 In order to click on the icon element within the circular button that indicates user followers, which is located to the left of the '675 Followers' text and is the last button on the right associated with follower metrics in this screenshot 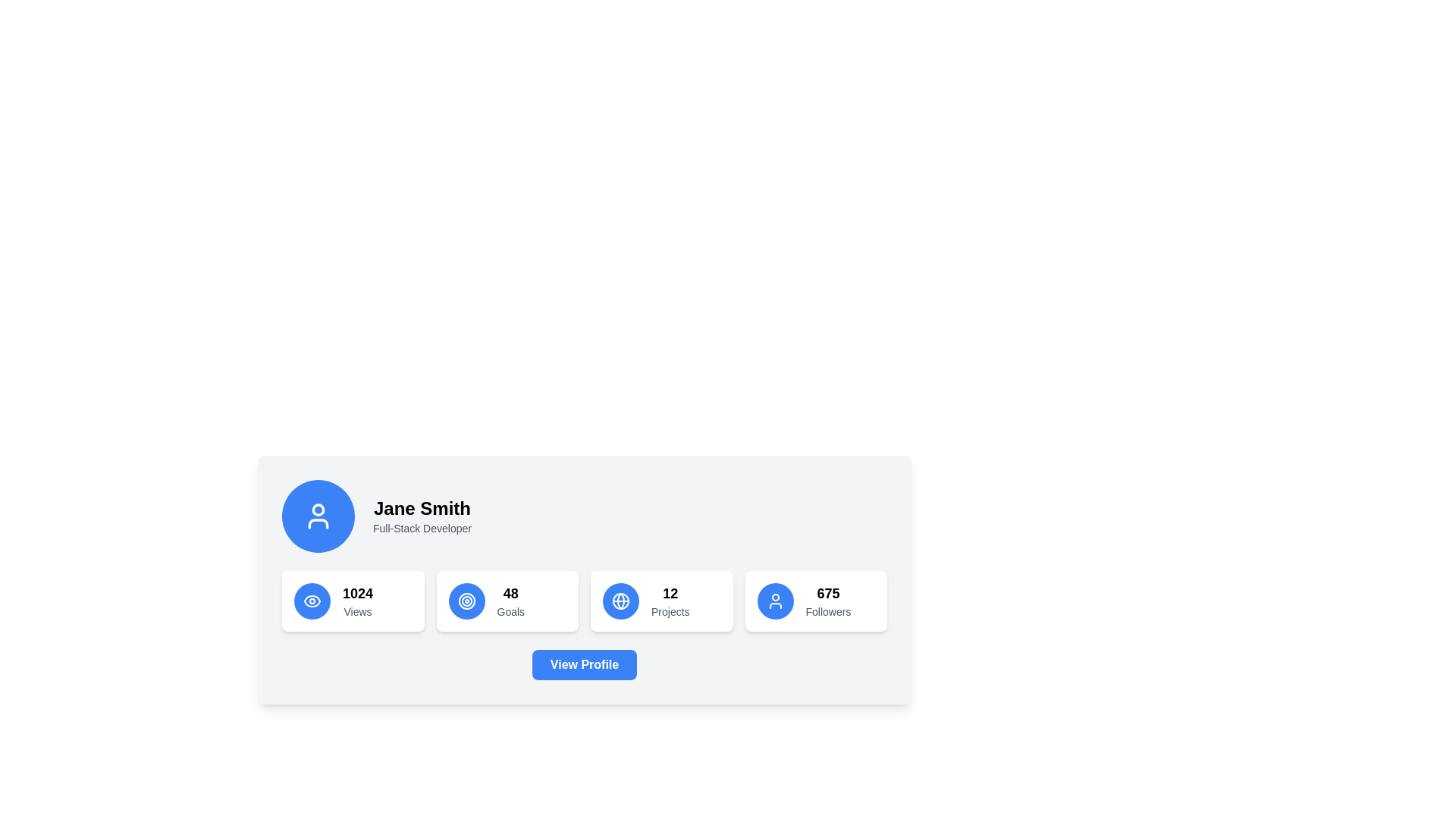, I will do `click(775, 601)`.